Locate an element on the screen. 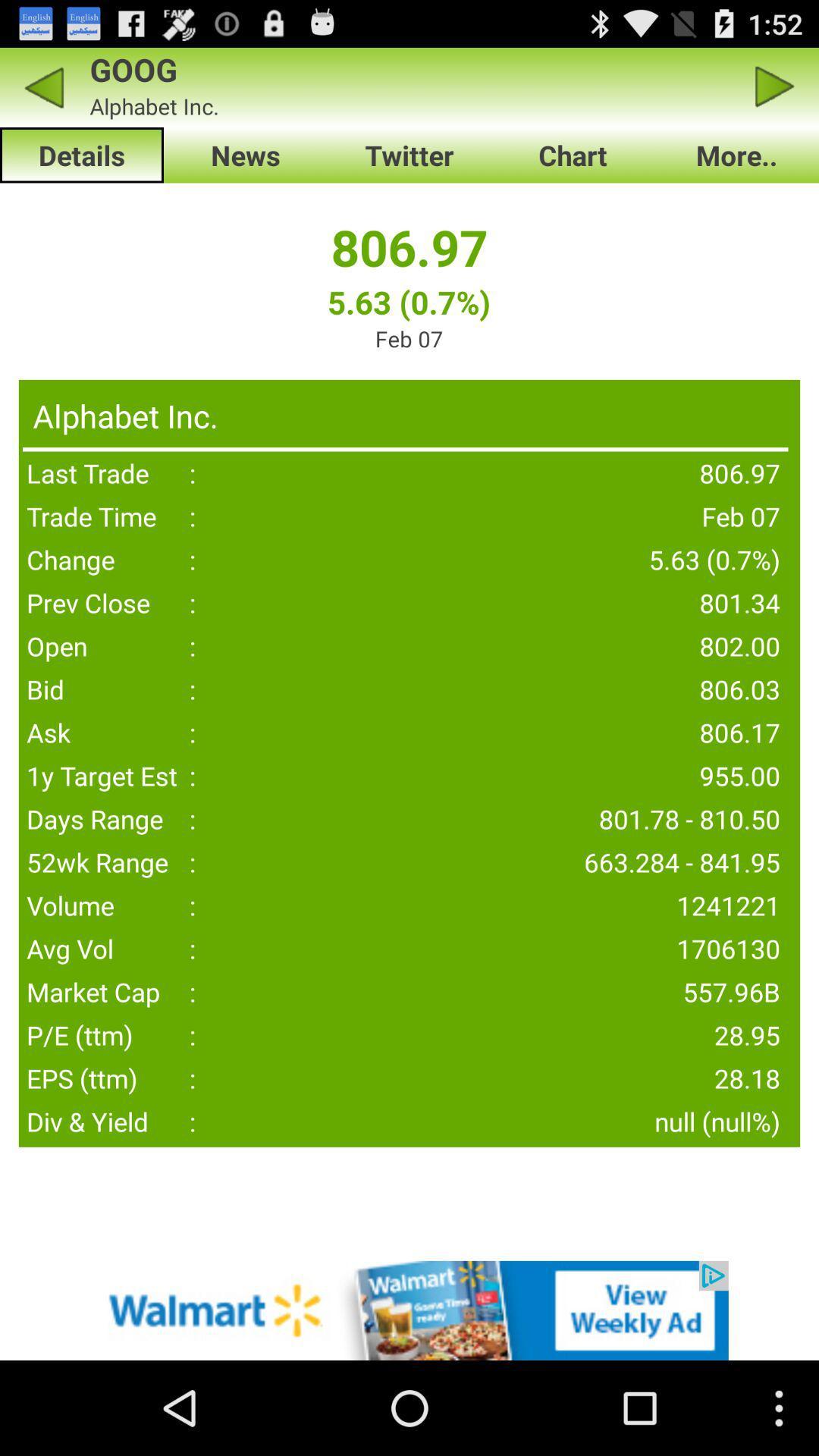 The height and width of the screenshot is (1456, 819). the play icon is located at coordinates (775, 93).